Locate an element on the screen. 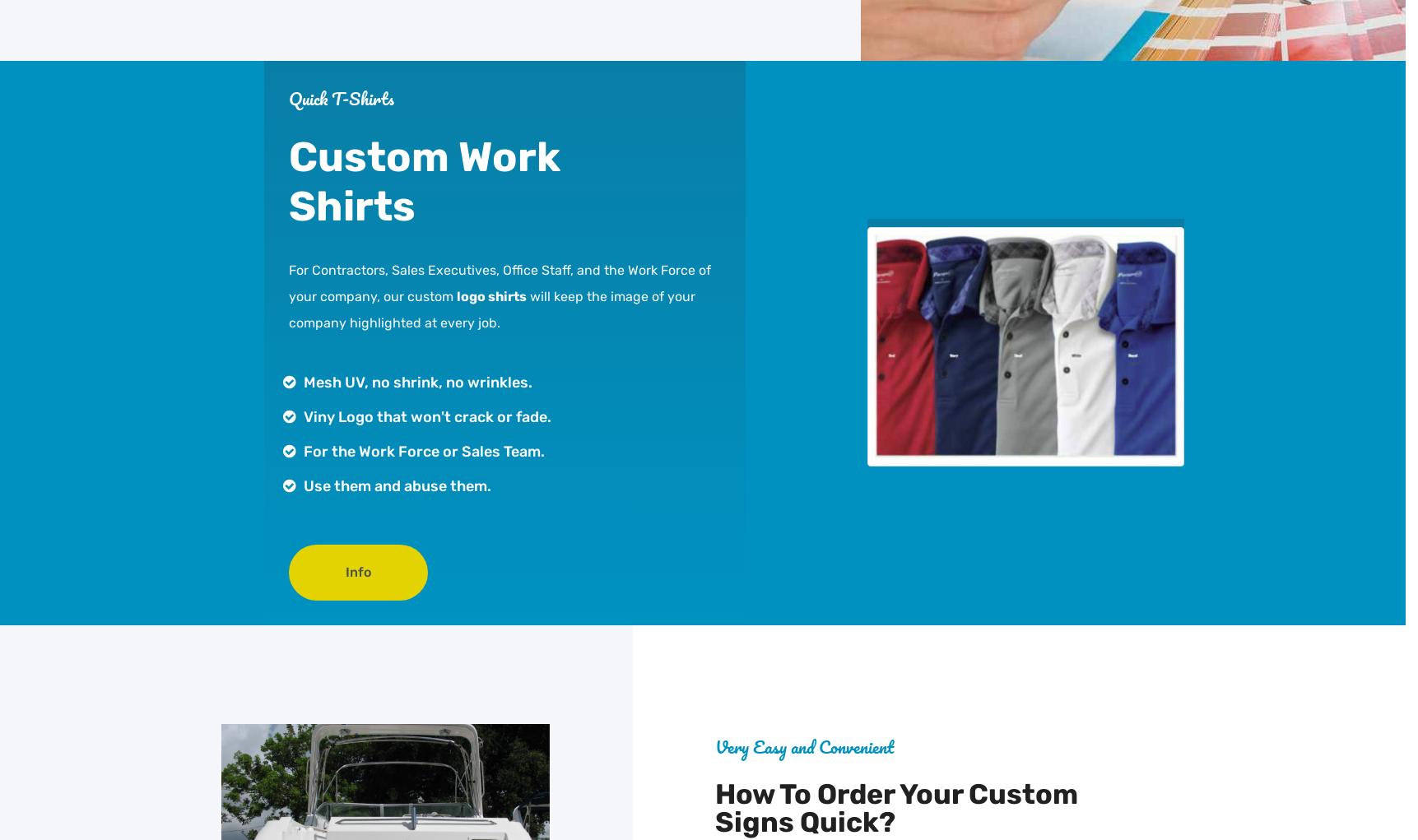 This screenshot has width=1418, height=840. 'Shirts' is located at coordinates (351, 205).